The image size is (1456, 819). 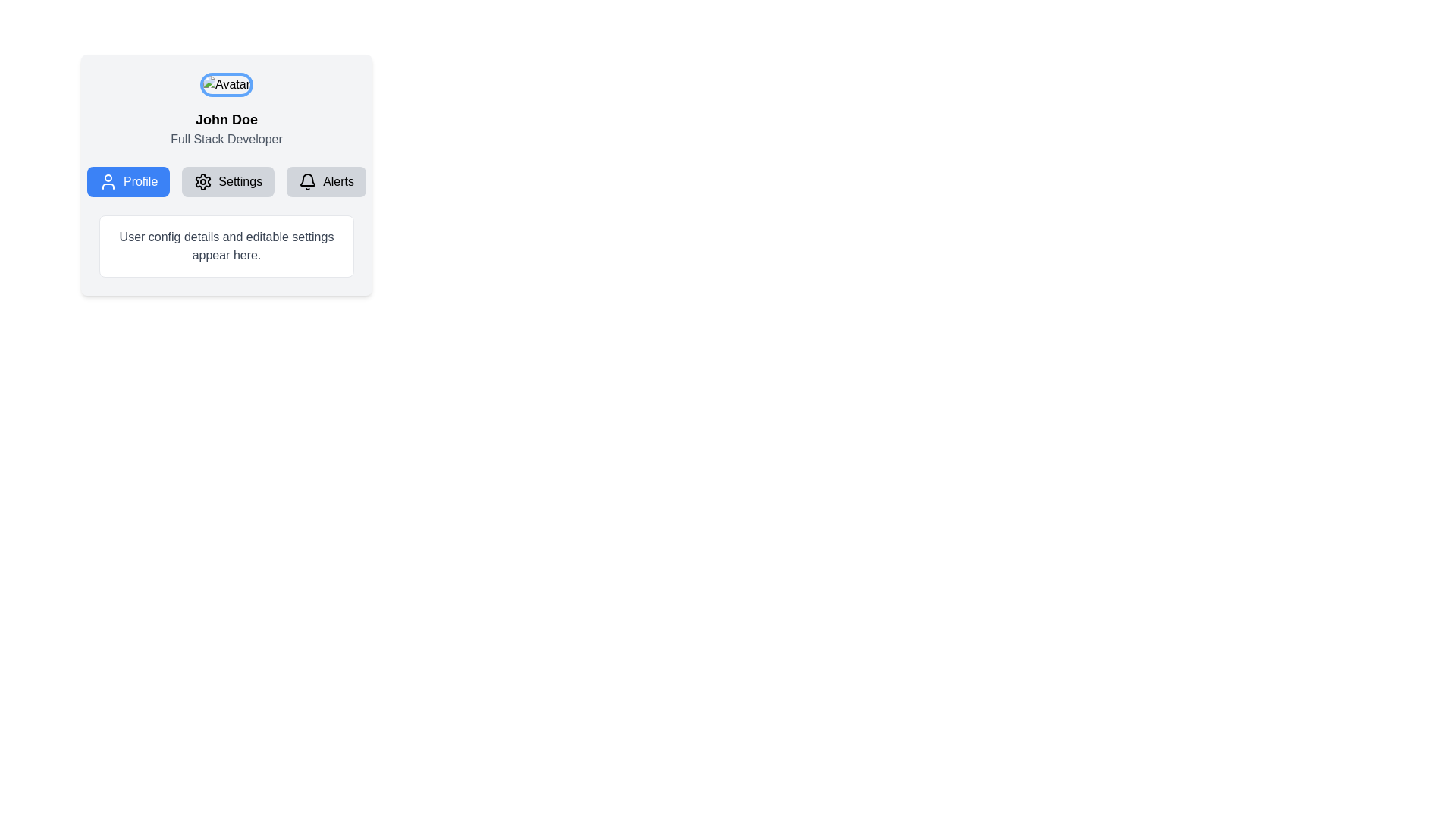 What do you see at coordinates (227, 180) in the screenshot?
I see `the 'Settings' button, which is a rectangular button with a gray background and a black gear icon, located centrally in a row of three buttons beneath the user profile section` at bounding box center [227, 180].